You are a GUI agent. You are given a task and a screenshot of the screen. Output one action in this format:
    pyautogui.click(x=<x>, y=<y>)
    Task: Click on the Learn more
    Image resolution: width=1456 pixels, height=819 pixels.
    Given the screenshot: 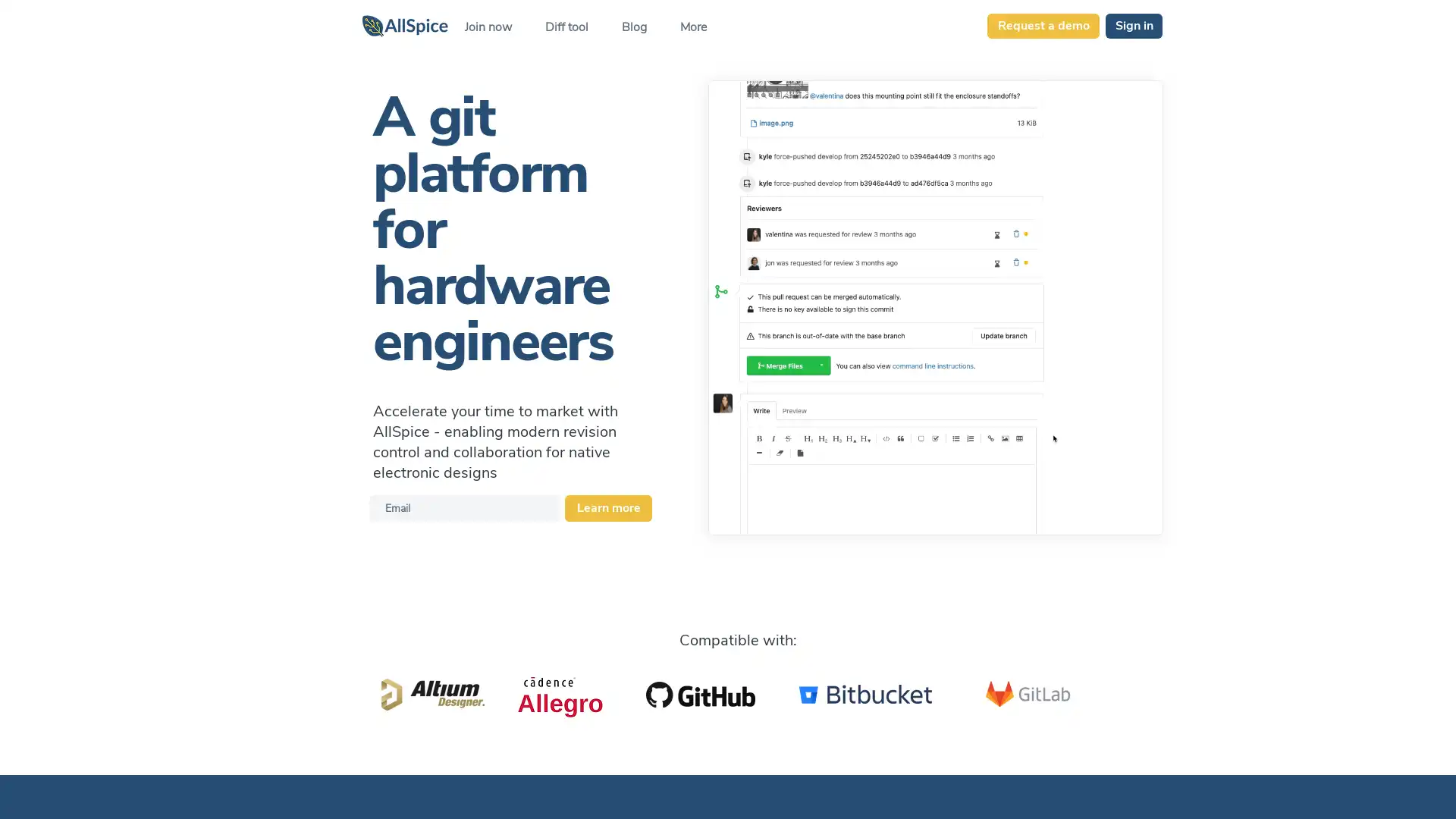 What is the action you would take?
    pyautogui.click(x=608, y=508)
    